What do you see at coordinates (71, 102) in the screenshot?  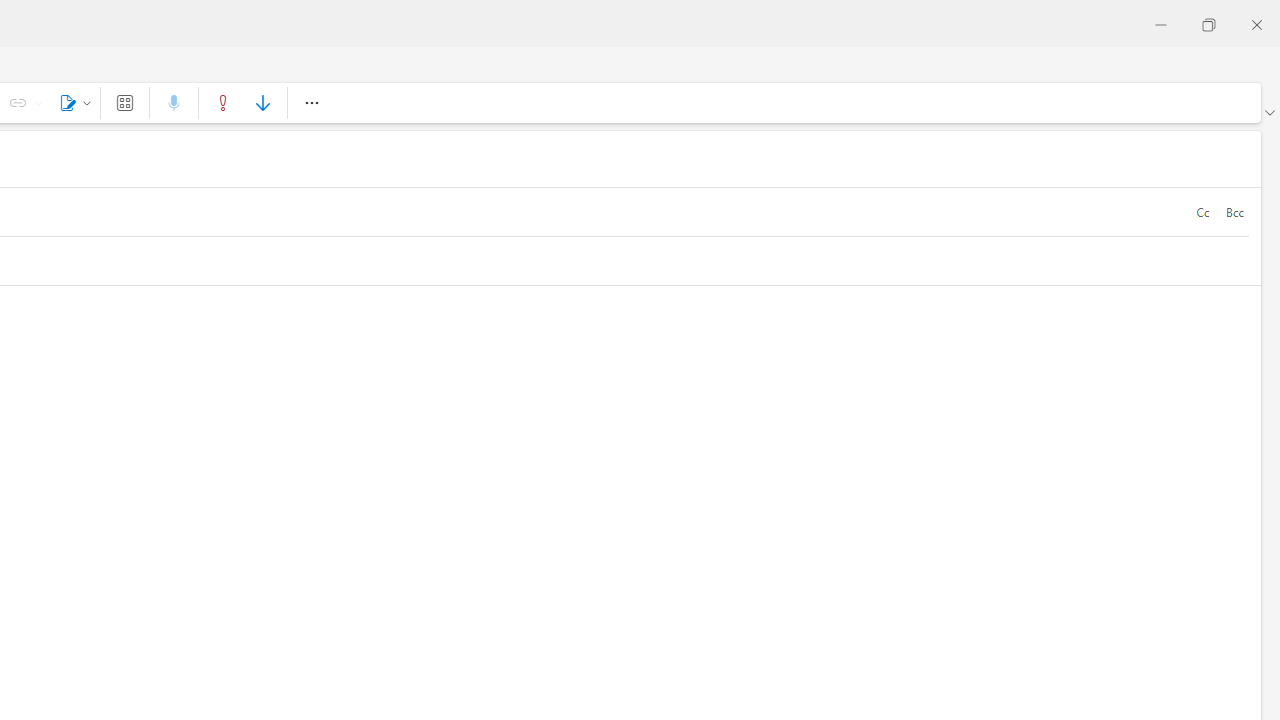 I see `'Signature'` at bounding box center [71, 102].